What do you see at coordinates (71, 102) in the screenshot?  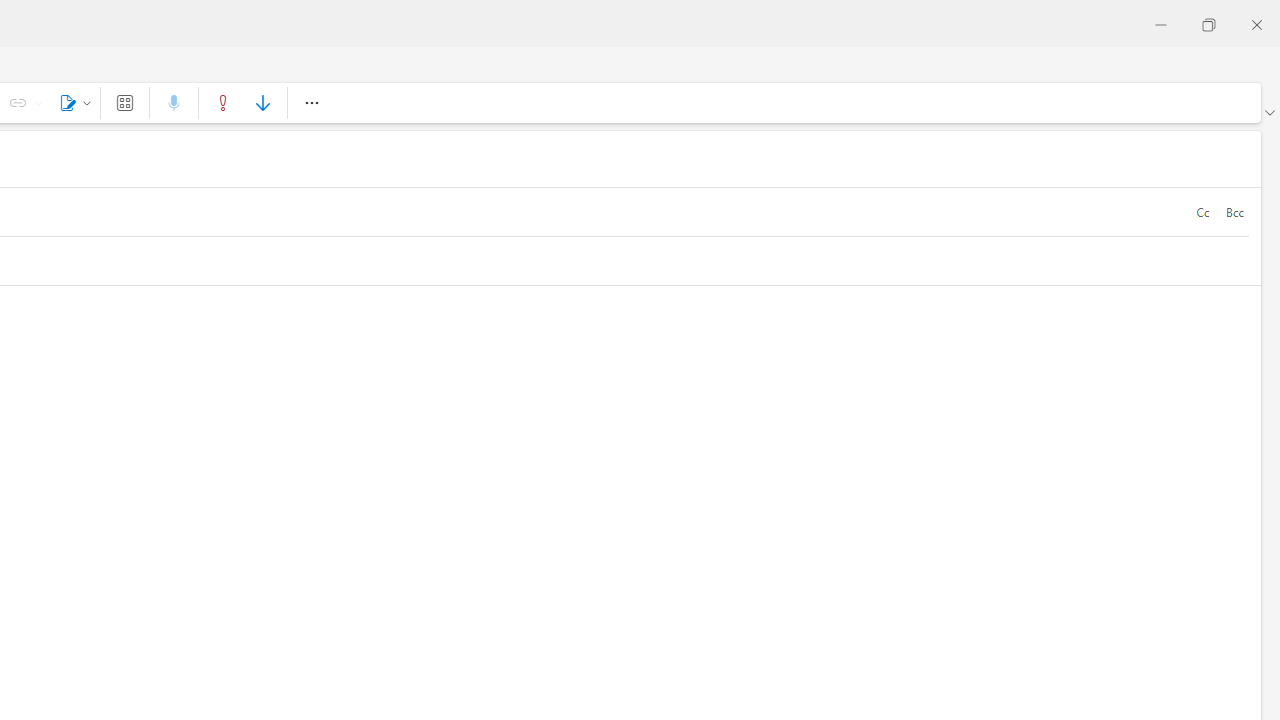 I see `'Signature'` at bounding box center [71, 102].